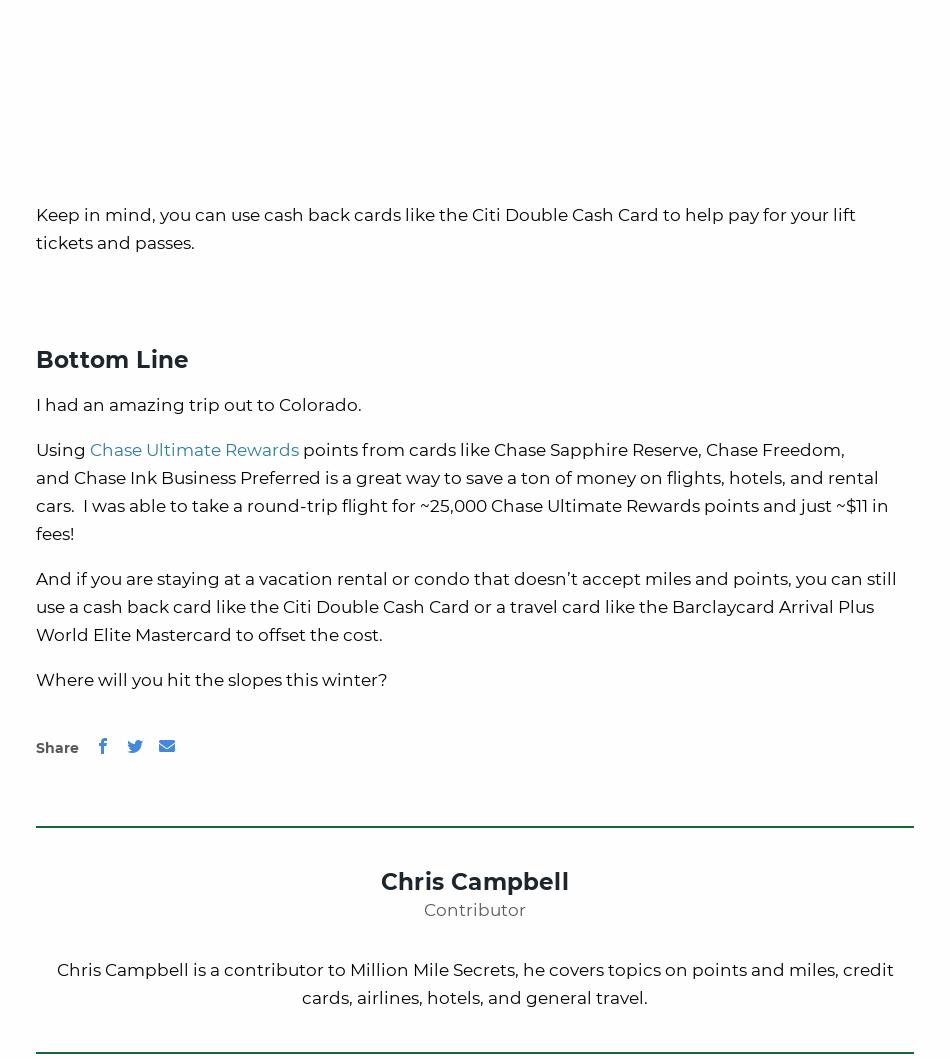 The height and width of the screenshot is (1059, 950). Describe the element at coordinates (36, 519) in the screenshot. I see `'flight for ~25,000 Chase Ultimate Rewards points and just ~$11 in fees!'` at that location.